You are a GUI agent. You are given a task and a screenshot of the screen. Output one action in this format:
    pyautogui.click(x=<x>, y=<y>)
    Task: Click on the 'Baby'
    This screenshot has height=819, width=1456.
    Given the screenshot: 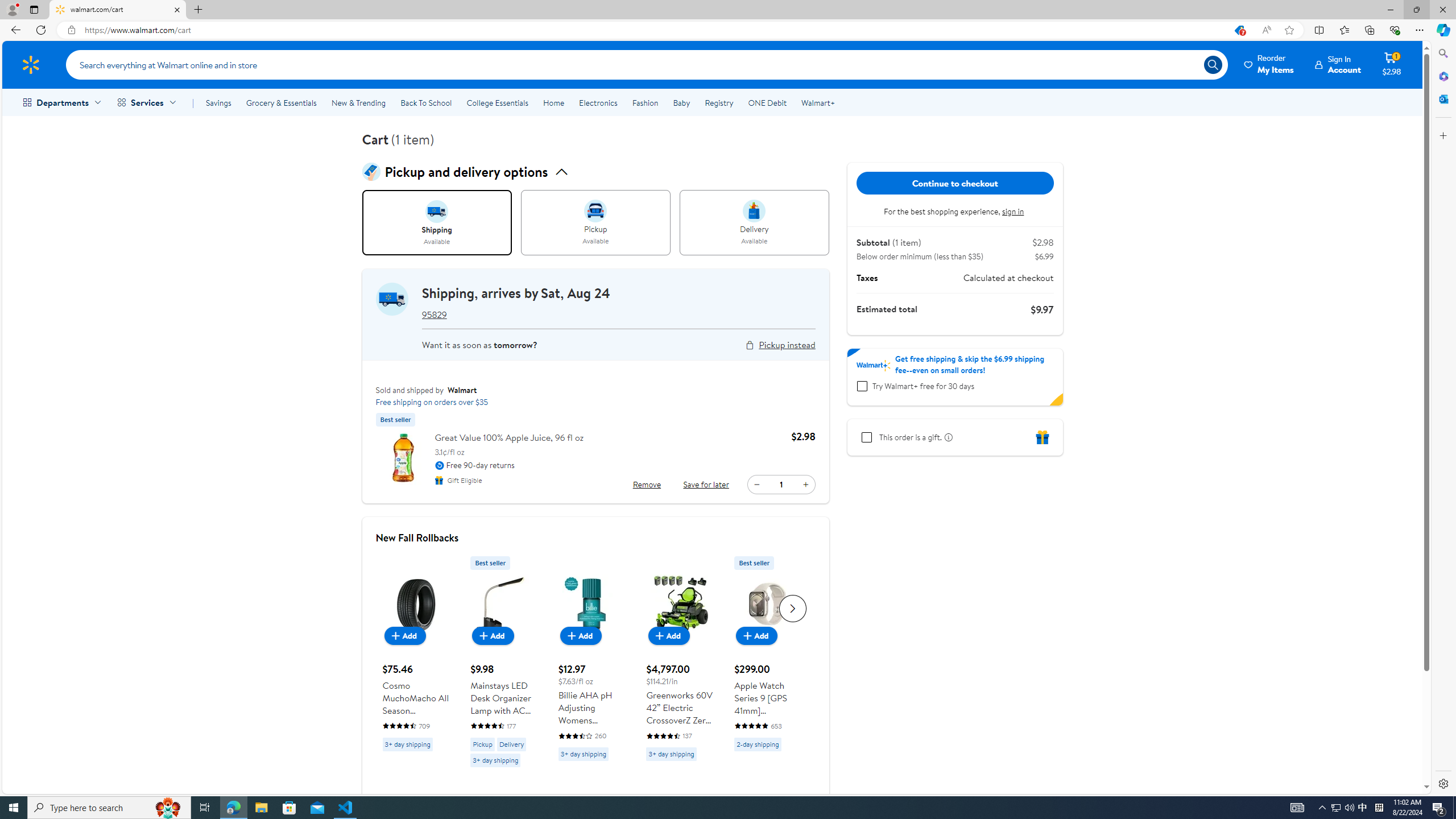 What is the action you would take?
    pyautogui.click(x=681, y=102)
    